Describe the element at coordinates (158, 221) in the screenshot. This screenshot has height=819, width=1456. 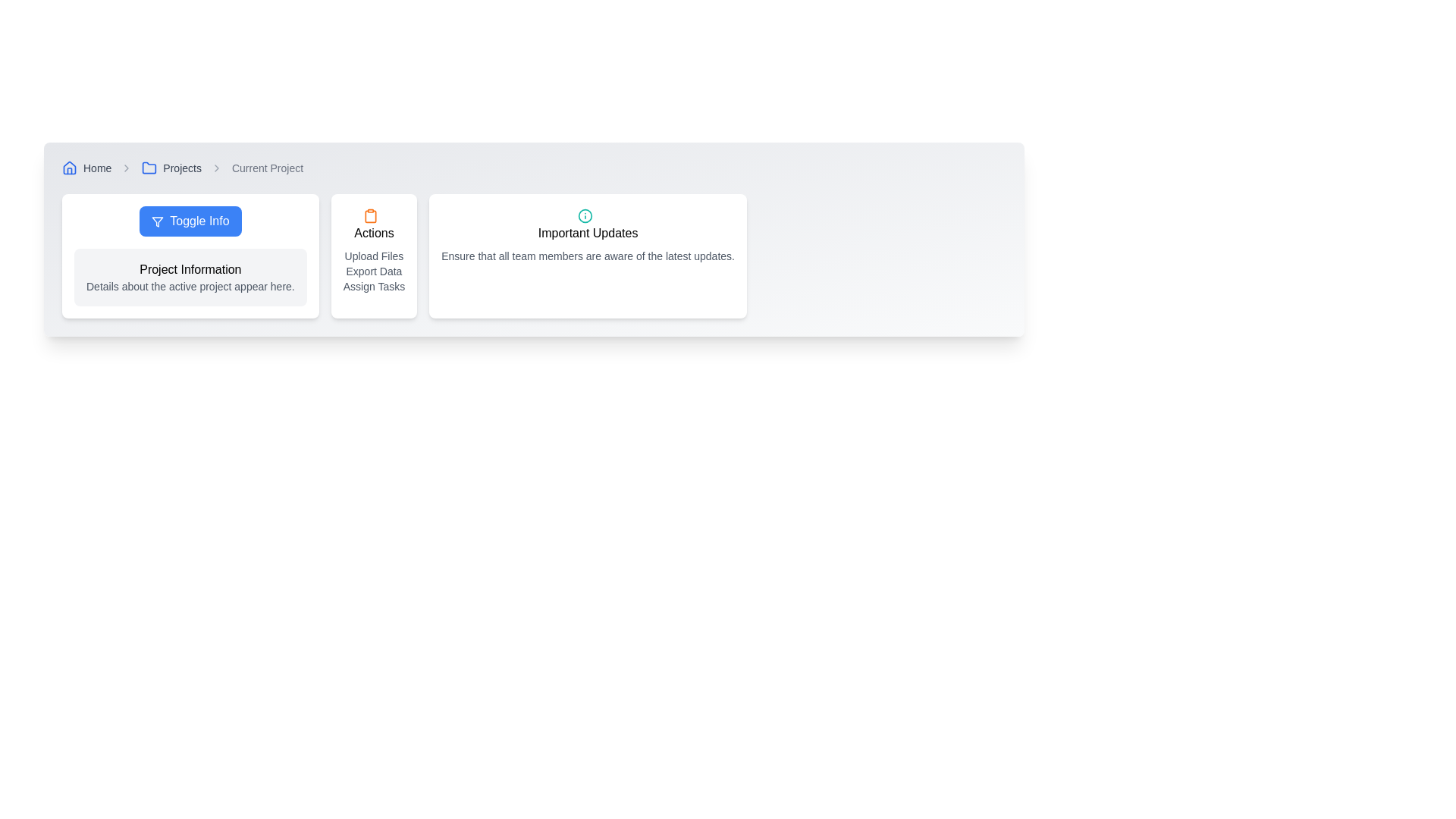
I see `the decorative icon in the 'Toggle Info' button located in the first card of the row, enhancing its meaning or indicating its functionality` at that location.